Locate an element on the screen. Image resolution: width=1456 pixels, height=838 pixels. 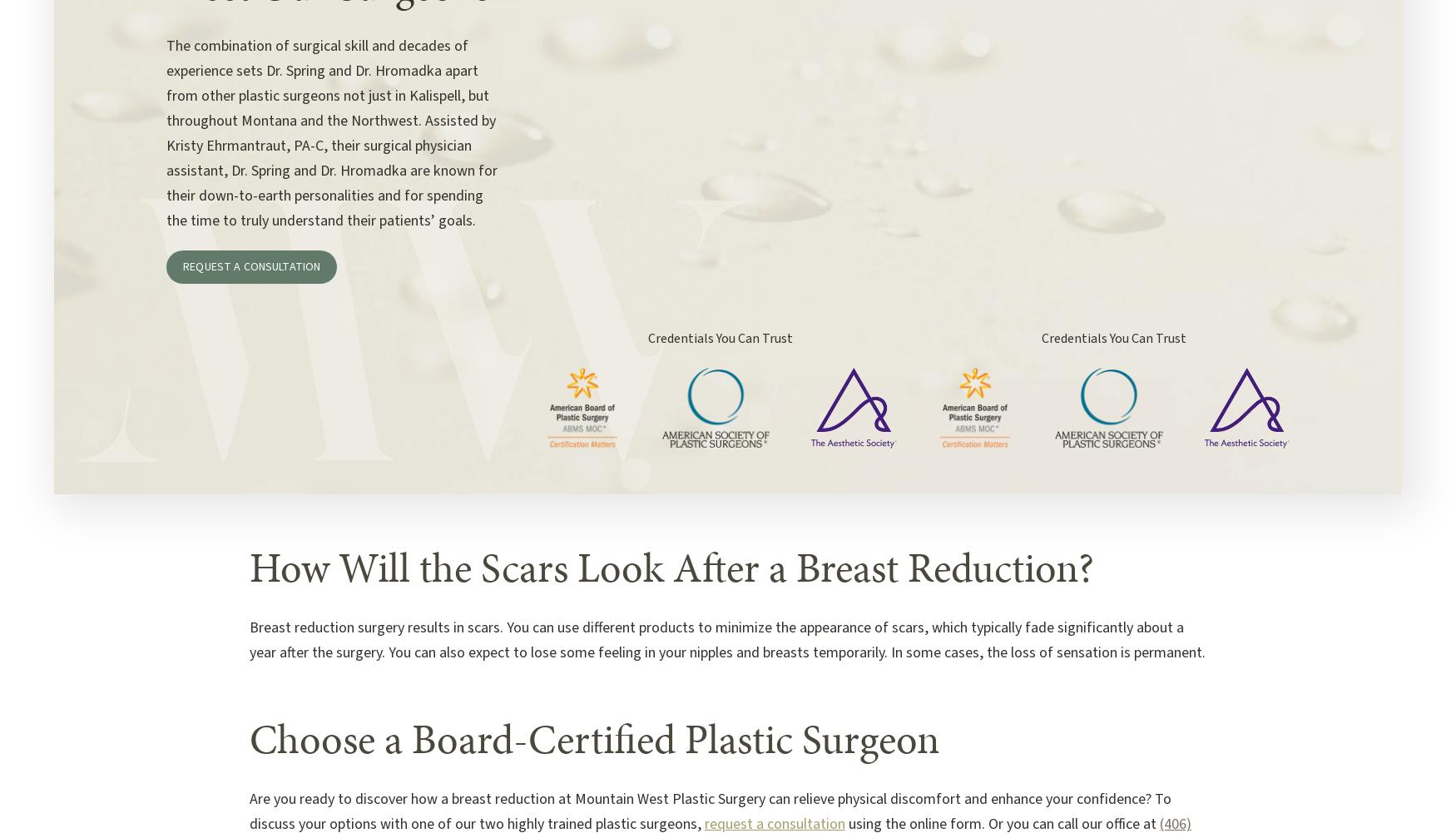
'The combination of surgical skill and decades of experience sets Dr. Spring and Dr. Hromadka
apart from other plastic surgeons not just in Kalispell, but throughout Montana and the
Northwest. Assisted by Kristy Ehrmantraut, PA-C, their surgical physician assistant, Dr. Spring
and Dr. Hromadka are known for their down-to-earth personalities and for spending the time to
truly understand their patients’ goals.' is located at coordinates (331, 133).